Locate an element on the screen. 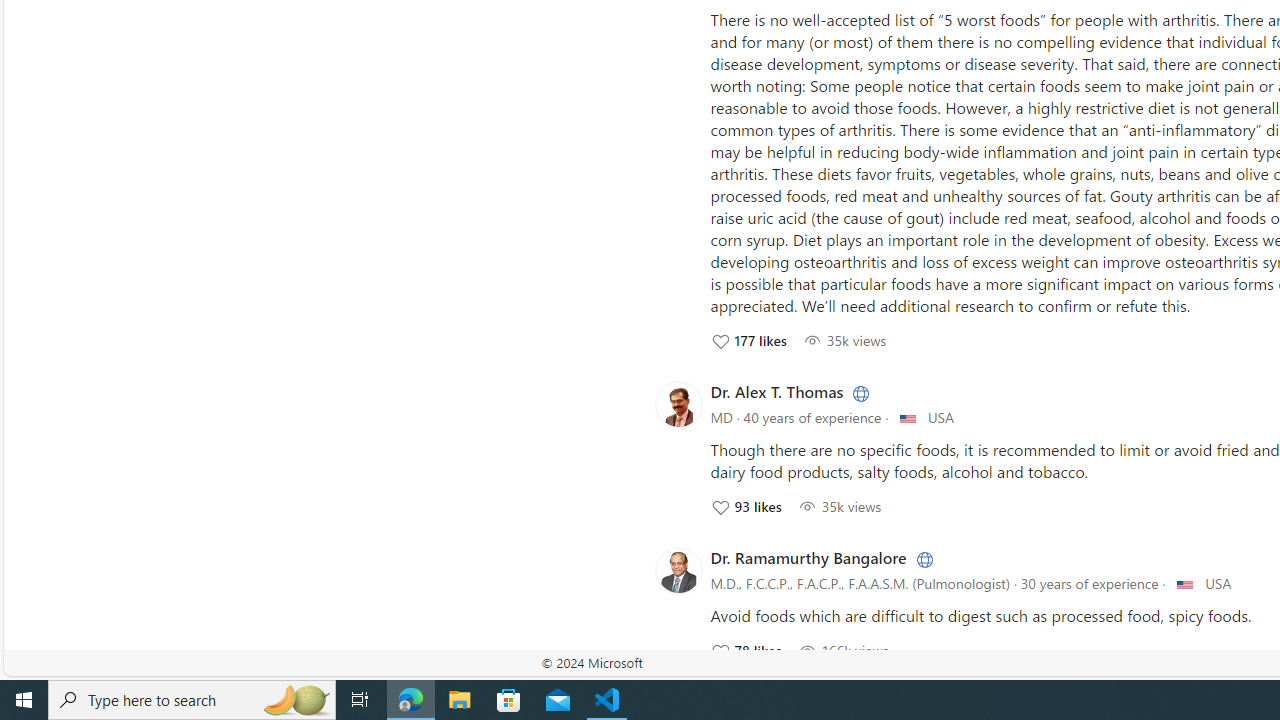 The height and width of the screenshot is (720, 1280). '93 Like; Click to Like' is located at coordinates (744, 505).